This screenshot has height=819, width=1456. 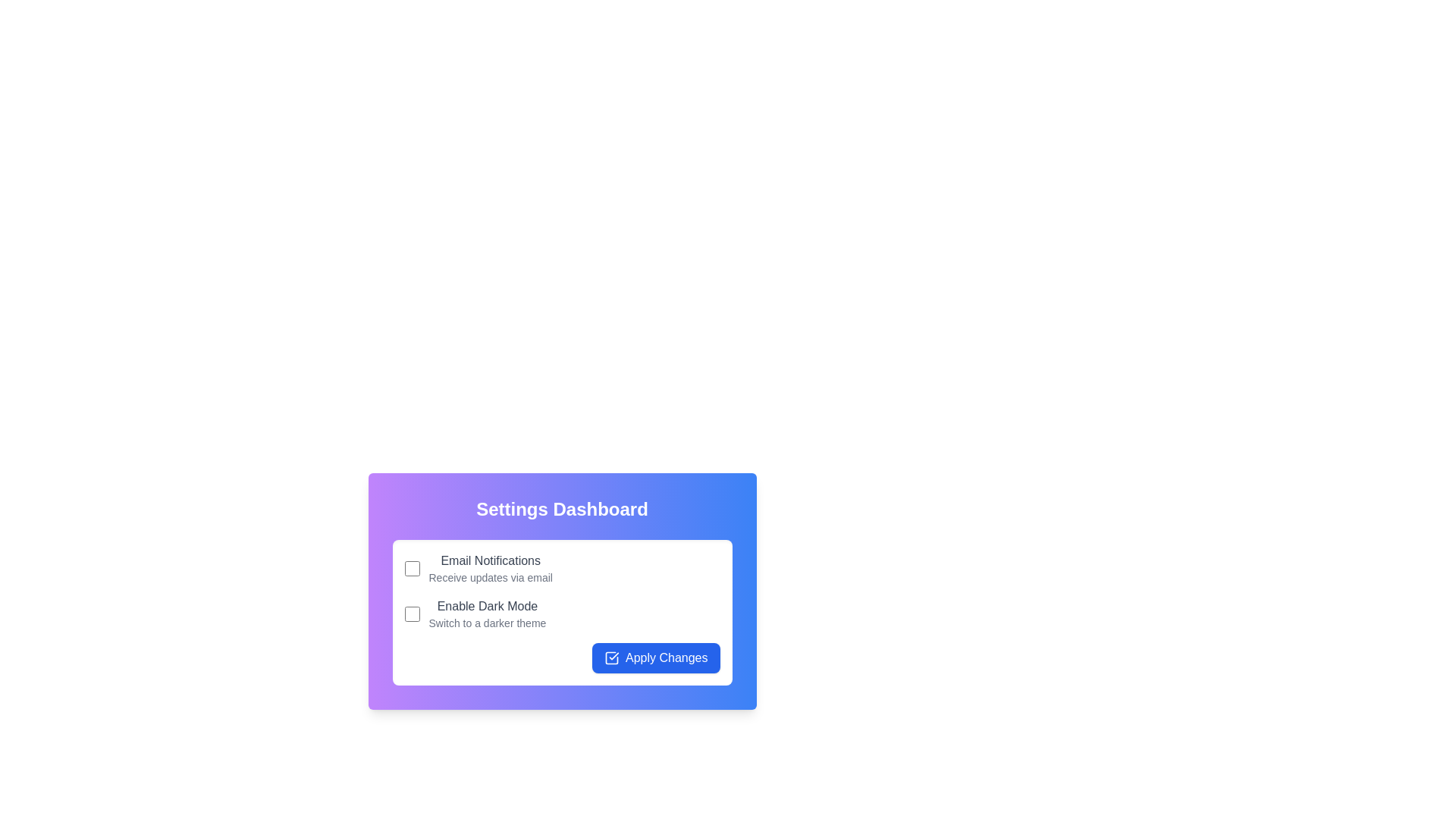 What do you see at coordinates (491, 568) in the screenshot?
I see `the label providing context for email notification settings, which is located within the settings panel dialog, positioned to the right of the checkbox` at bounding box center [491, 568].